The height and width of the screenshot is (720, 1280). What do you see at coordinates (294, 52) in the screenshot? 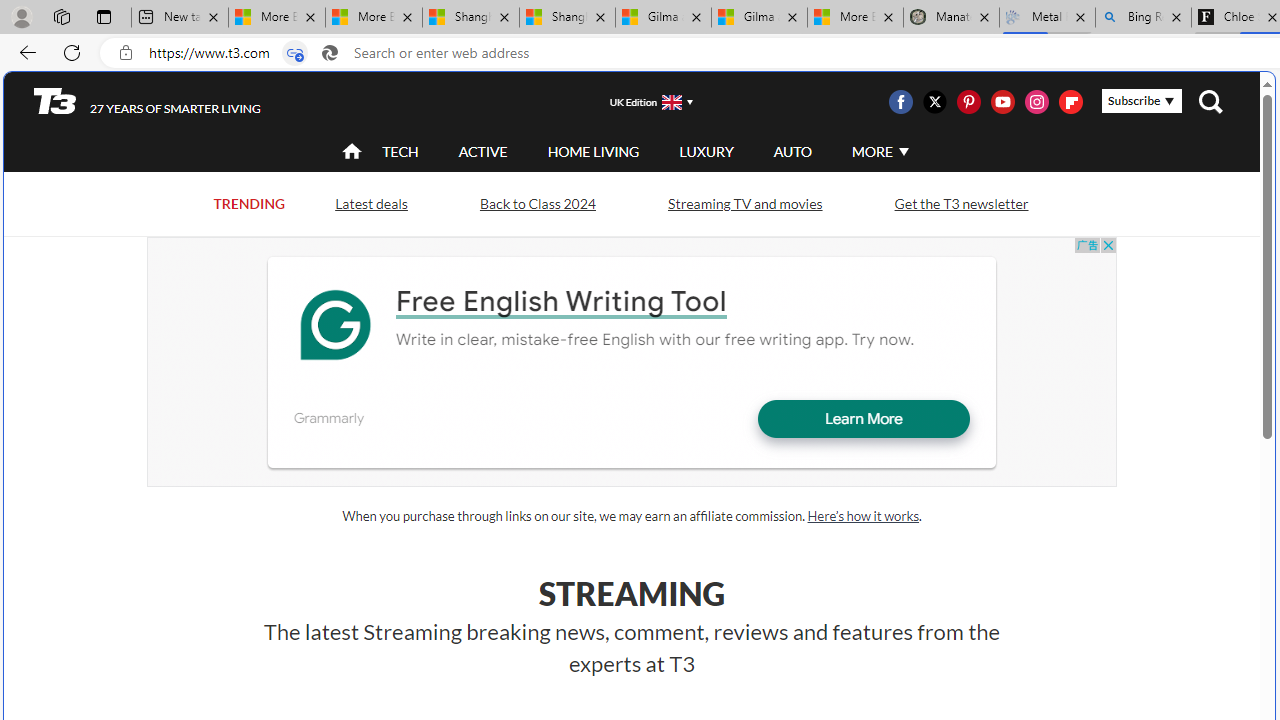
I see `'Tabs in split screen'` at bounding box center [294, 52].